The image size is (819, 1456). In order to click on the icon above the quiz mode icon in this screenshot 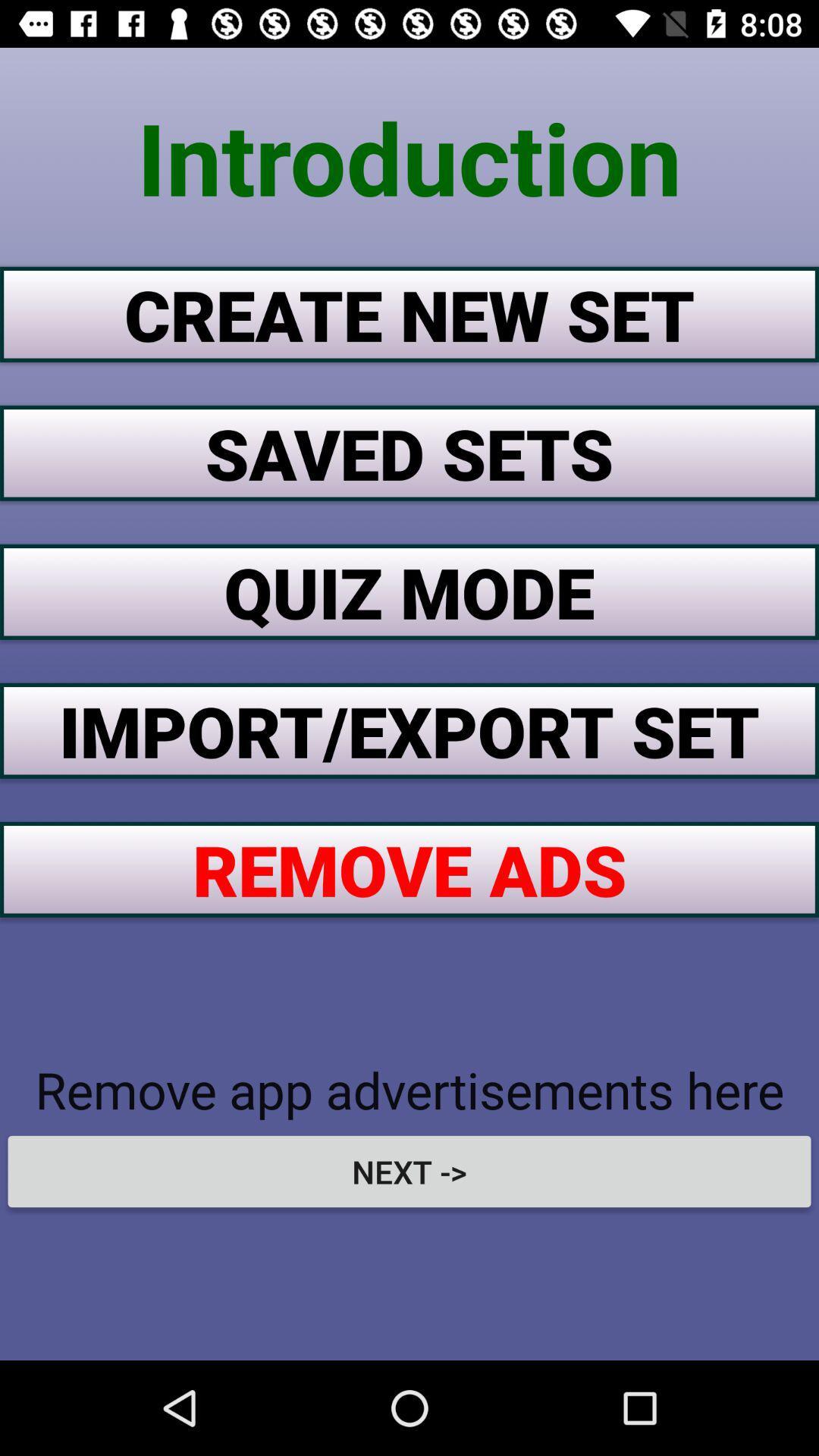, I will do `click(409, 452)`.